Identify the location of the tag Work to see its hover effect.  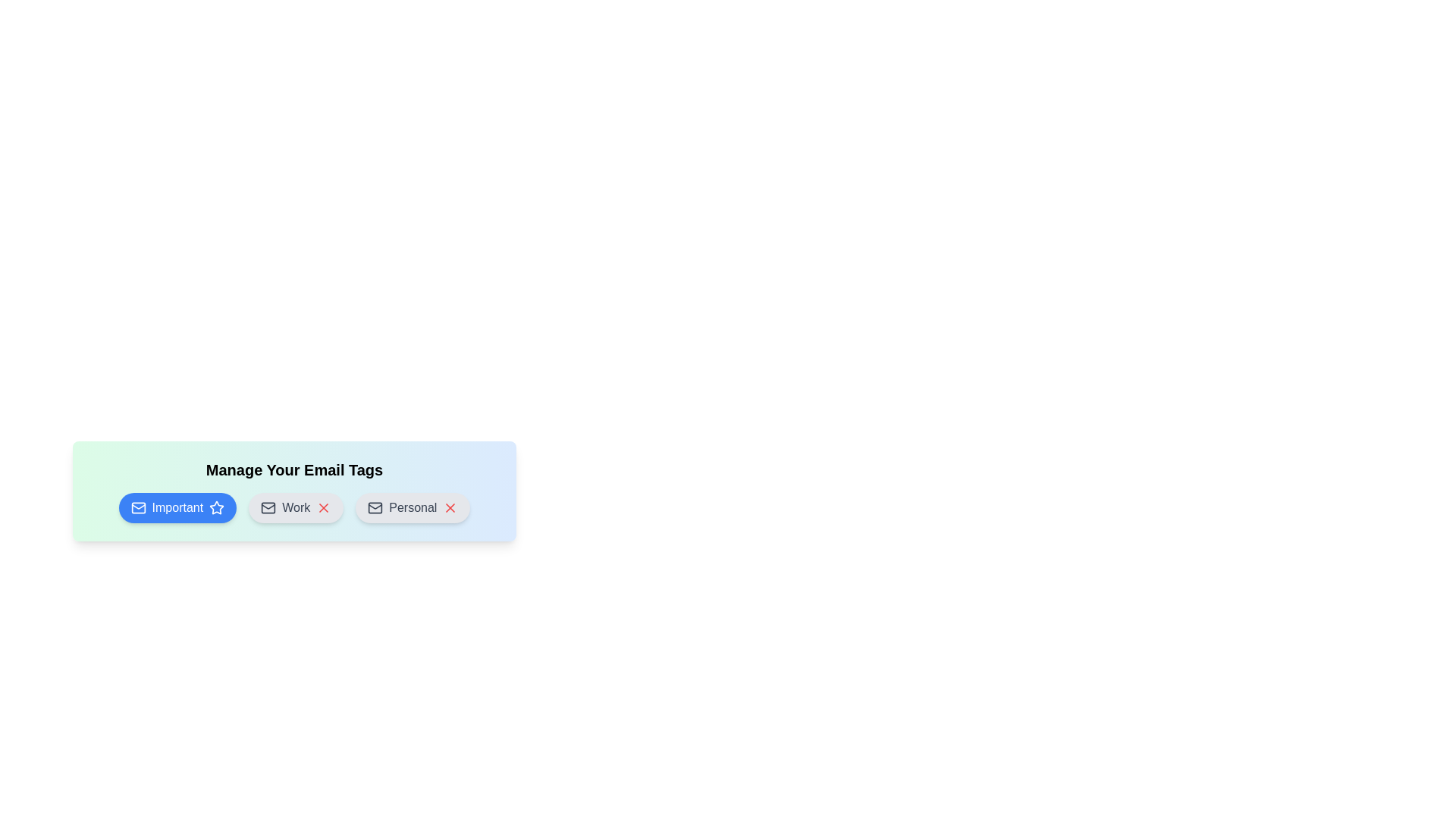
(296, 508).